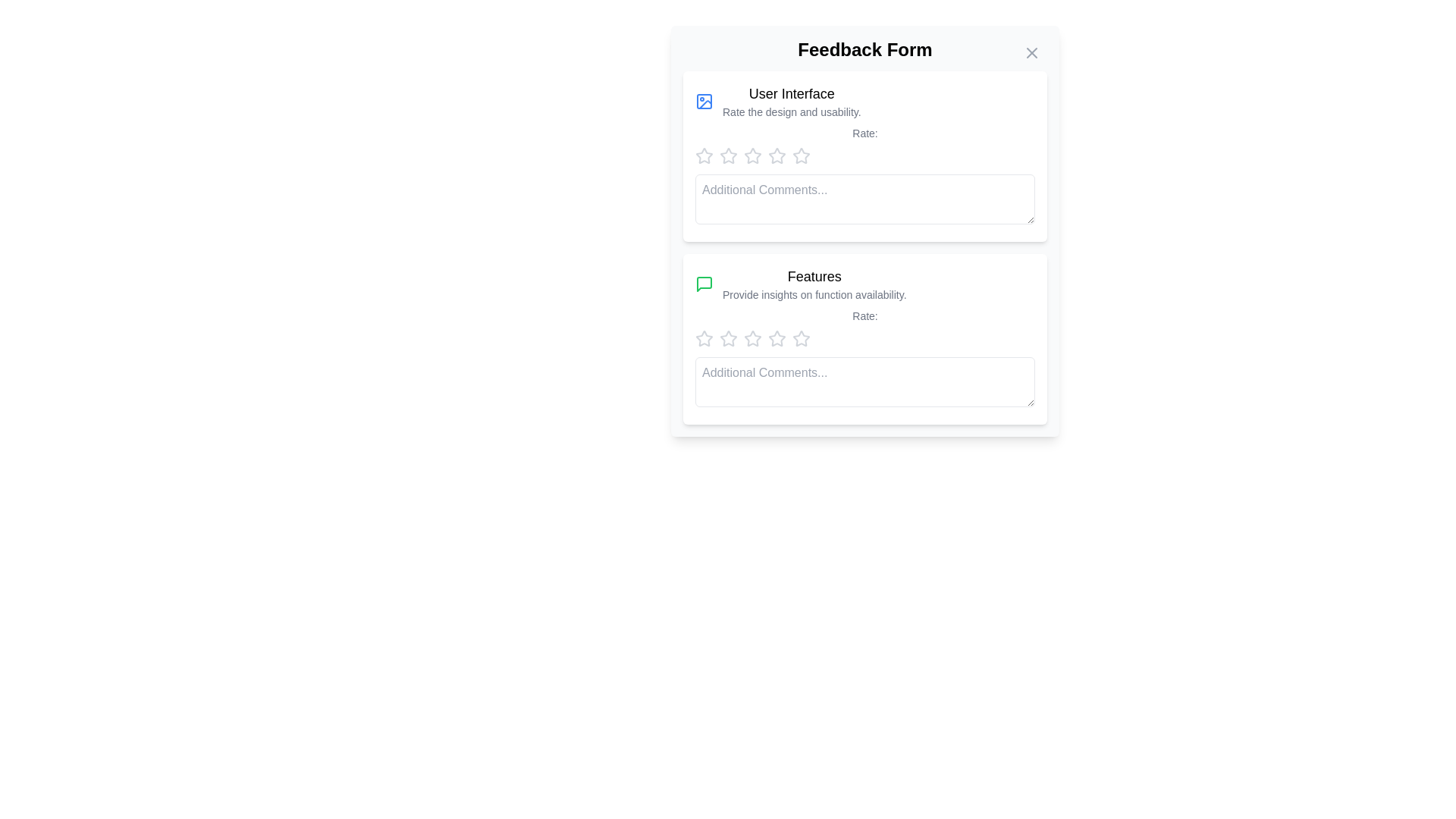 The height and width of the screenshot is (819, 1456). What do you see at coordinates (728, 337) in the screenshot?
I see `the first rating star icon in the 'Features' section of the feedback form` at bounding box center [728, 337].